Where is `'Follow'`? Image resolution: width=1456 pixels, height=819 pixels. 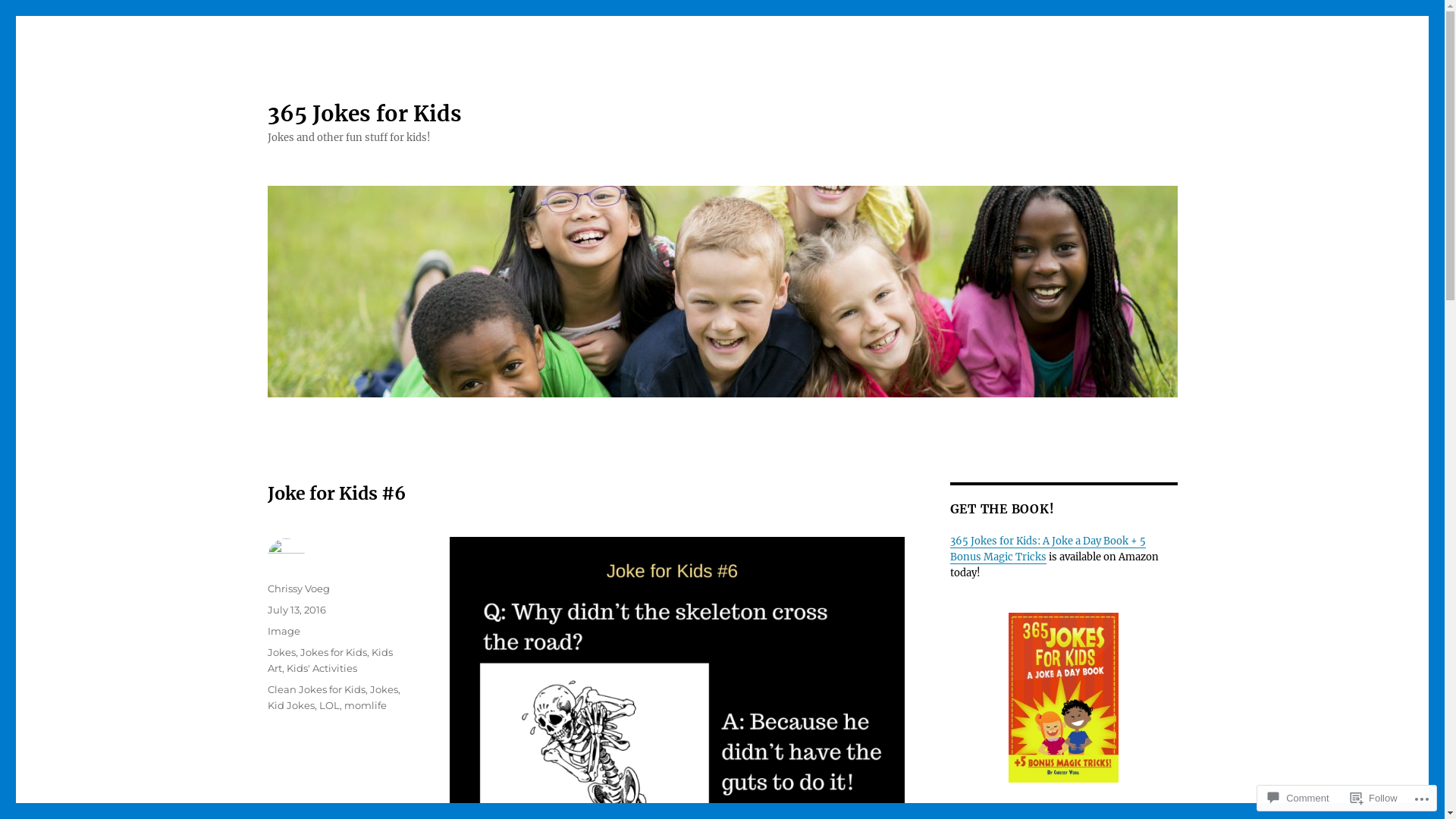 'Follow' is located at coordinates (1374, 797).